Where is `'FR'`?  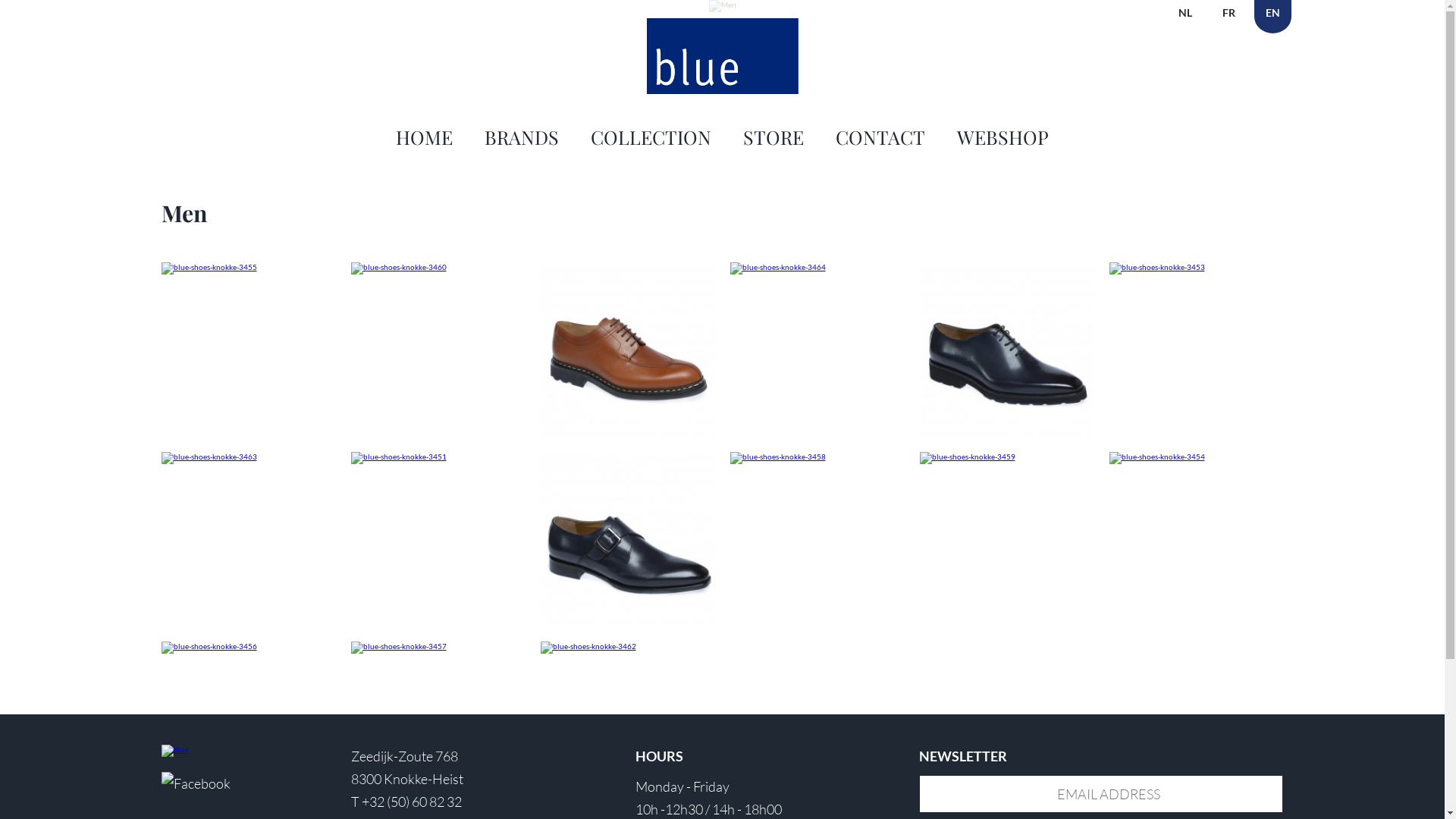 'FR' is located at coordinates (1228, 17).